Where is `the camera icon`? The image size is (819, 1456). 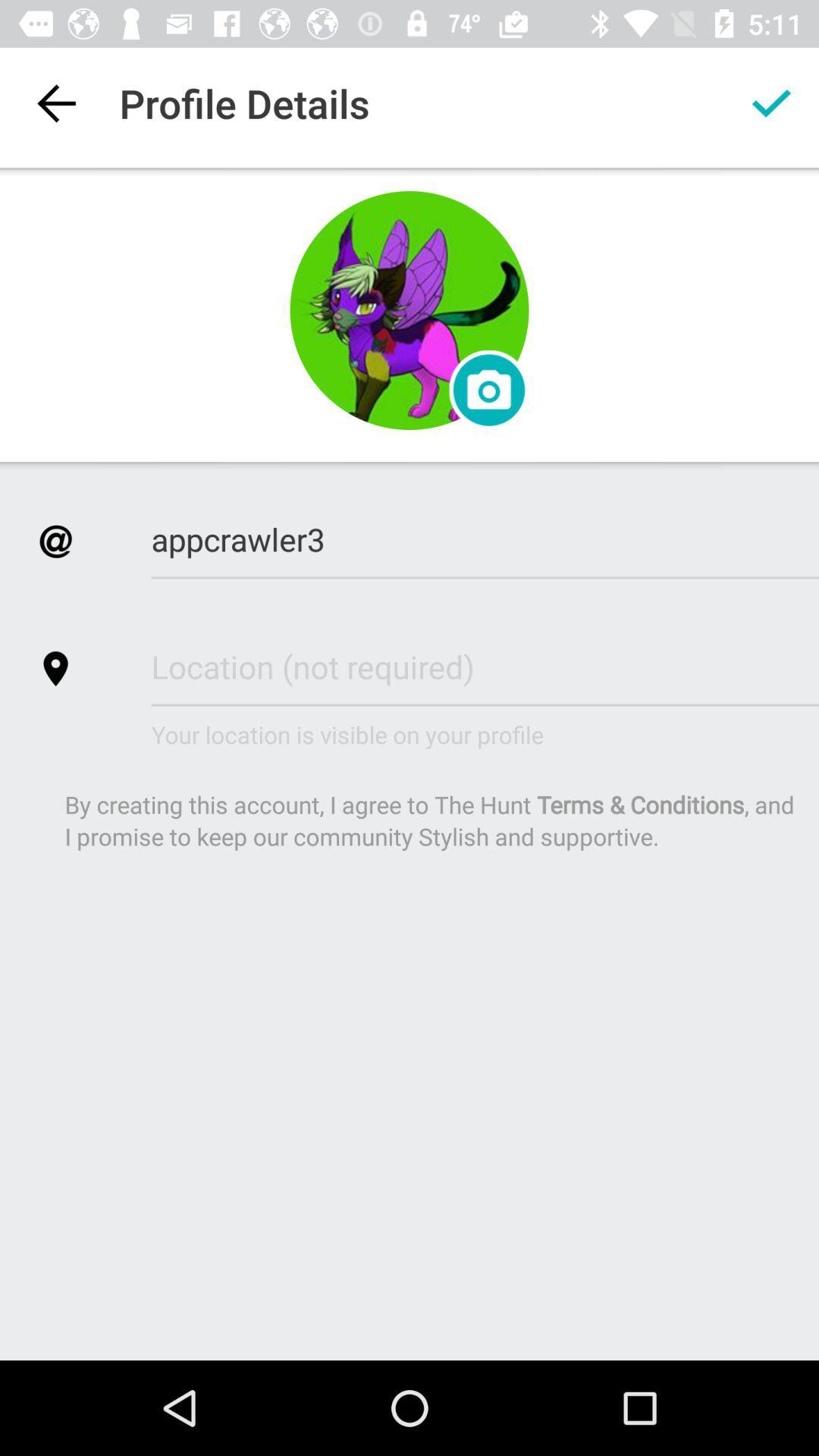
the camera icon is located at coordinates (489, 390).